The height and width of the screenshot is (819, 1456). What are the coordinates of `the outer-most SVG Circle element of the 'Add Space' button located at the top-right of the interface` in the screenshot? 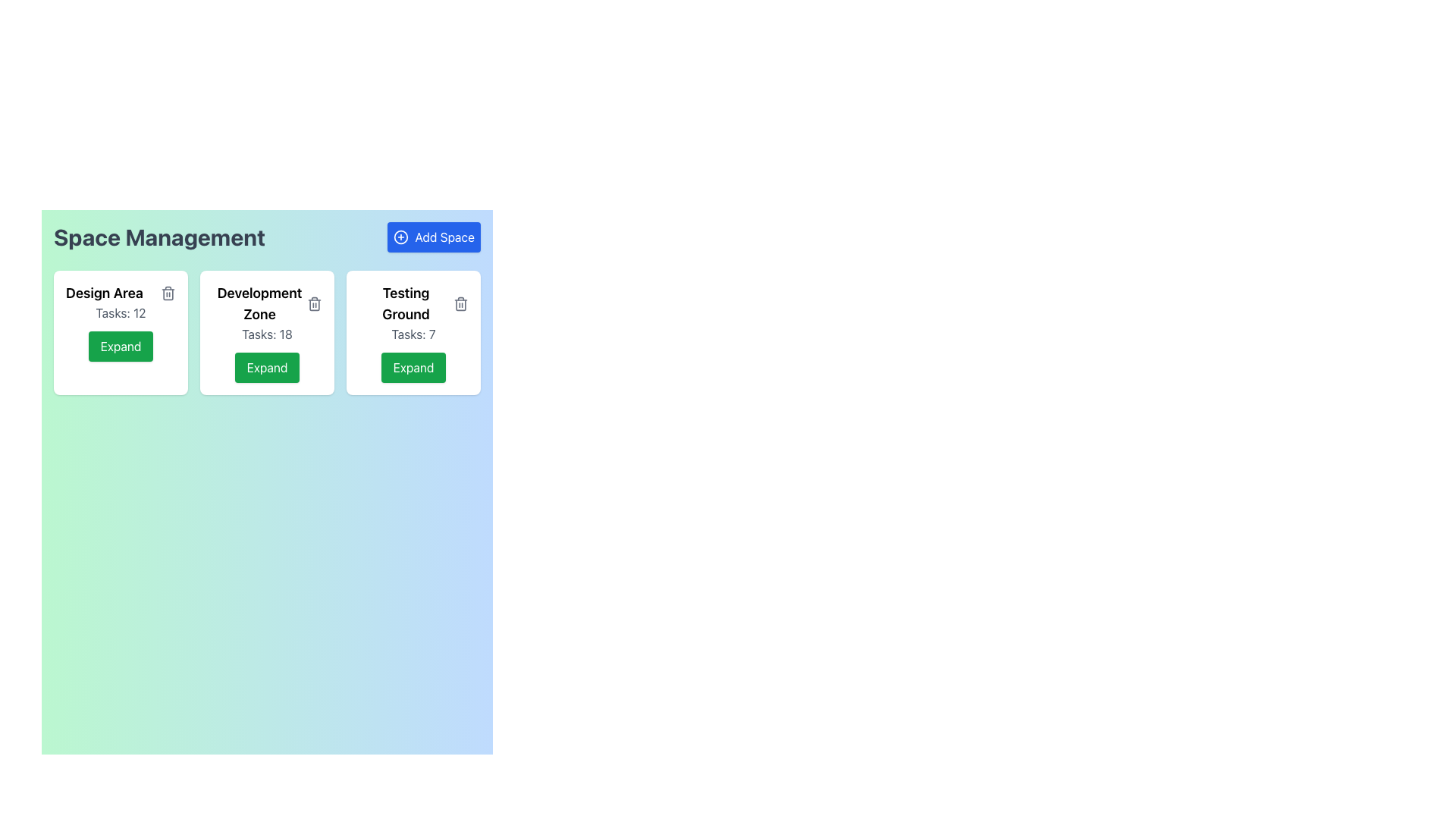 It's located at (401, 237).